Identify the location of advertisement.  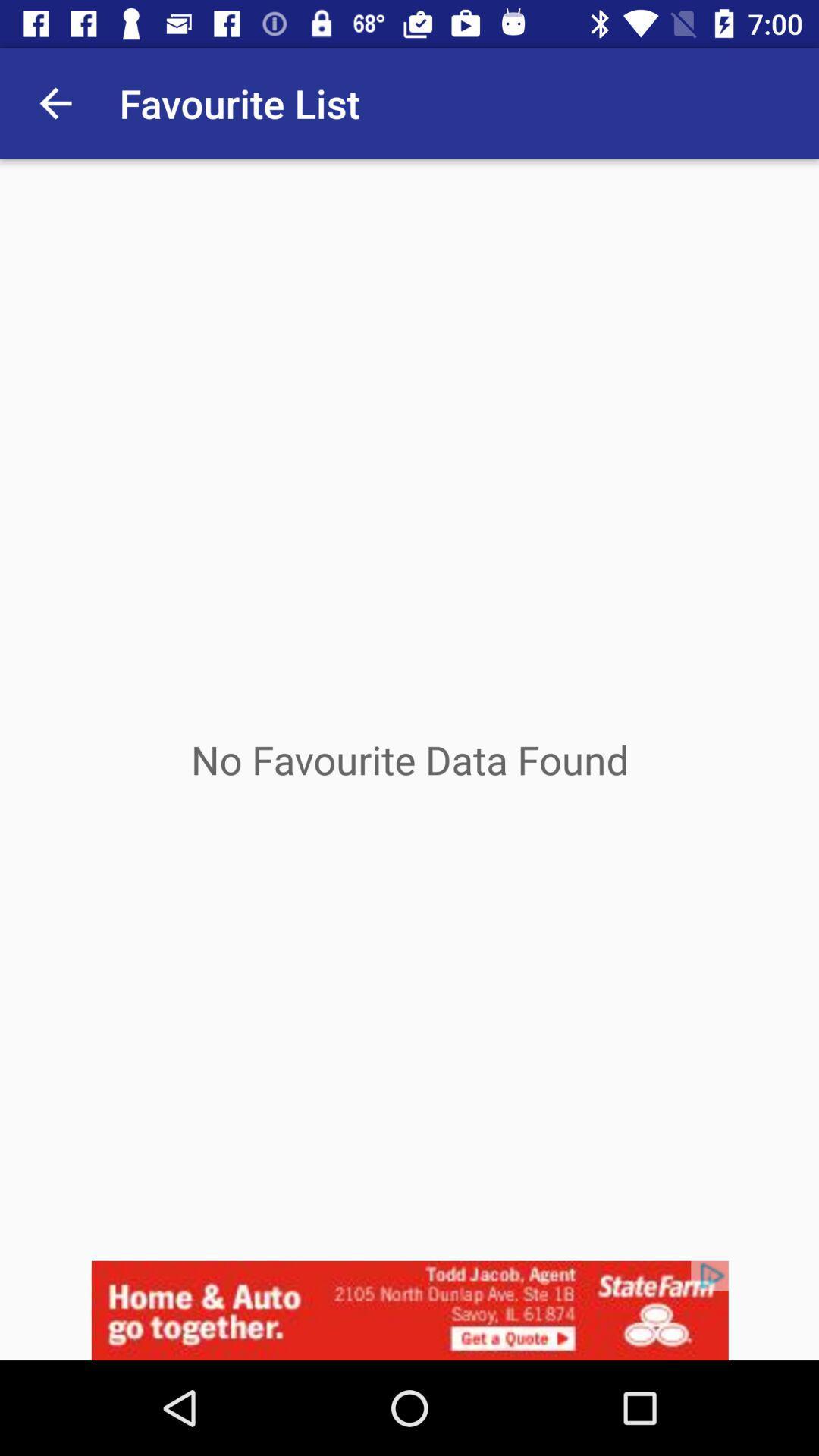
(409, 1310).